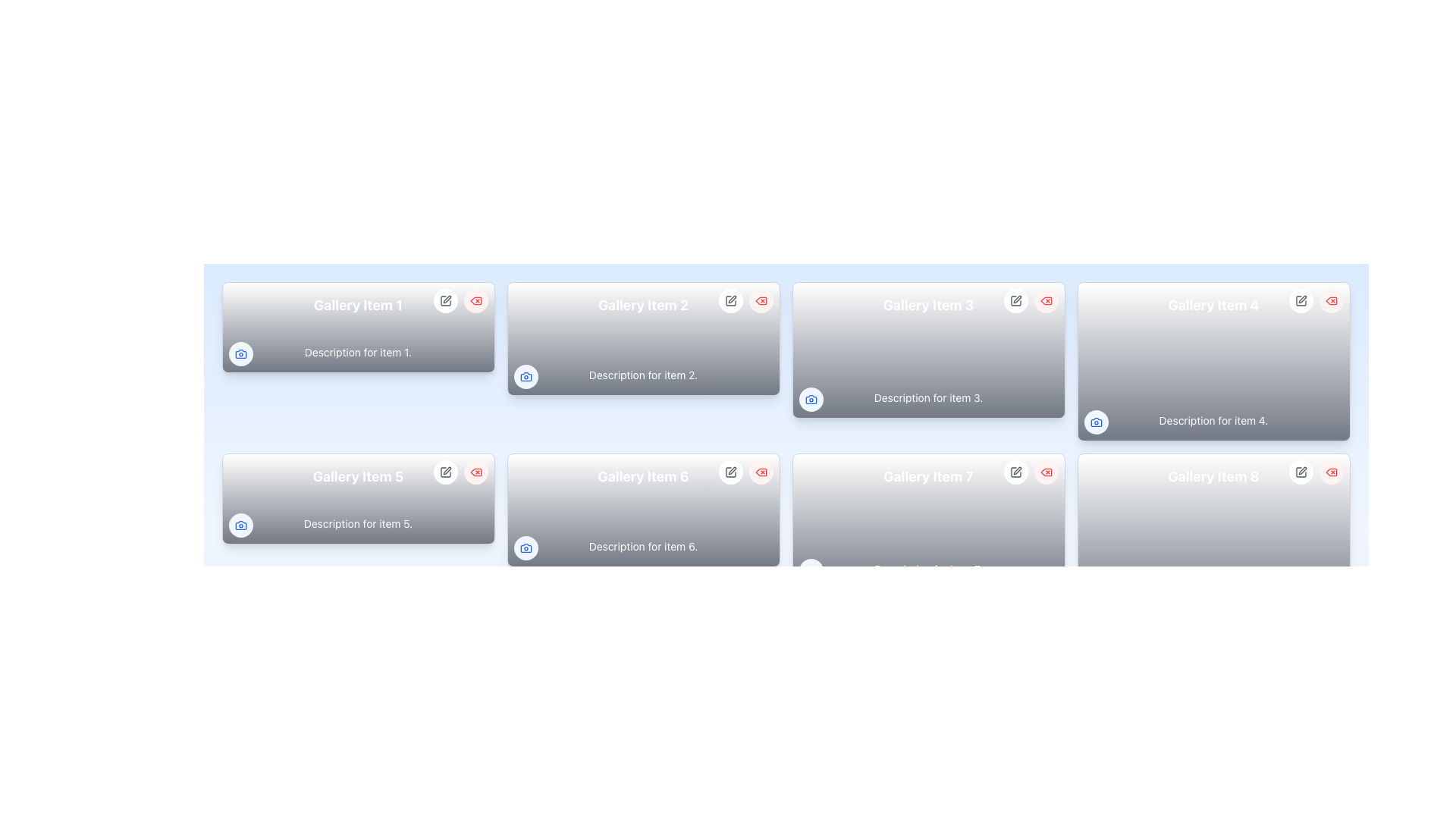 This screenshot has width=1456, height=819. What do you see at coordinates (810, 399) in the screenshot?
I see `the camera icon located in the lower-left corner of the 'Gallery Item 3' card` at bounding box center [810, 399].